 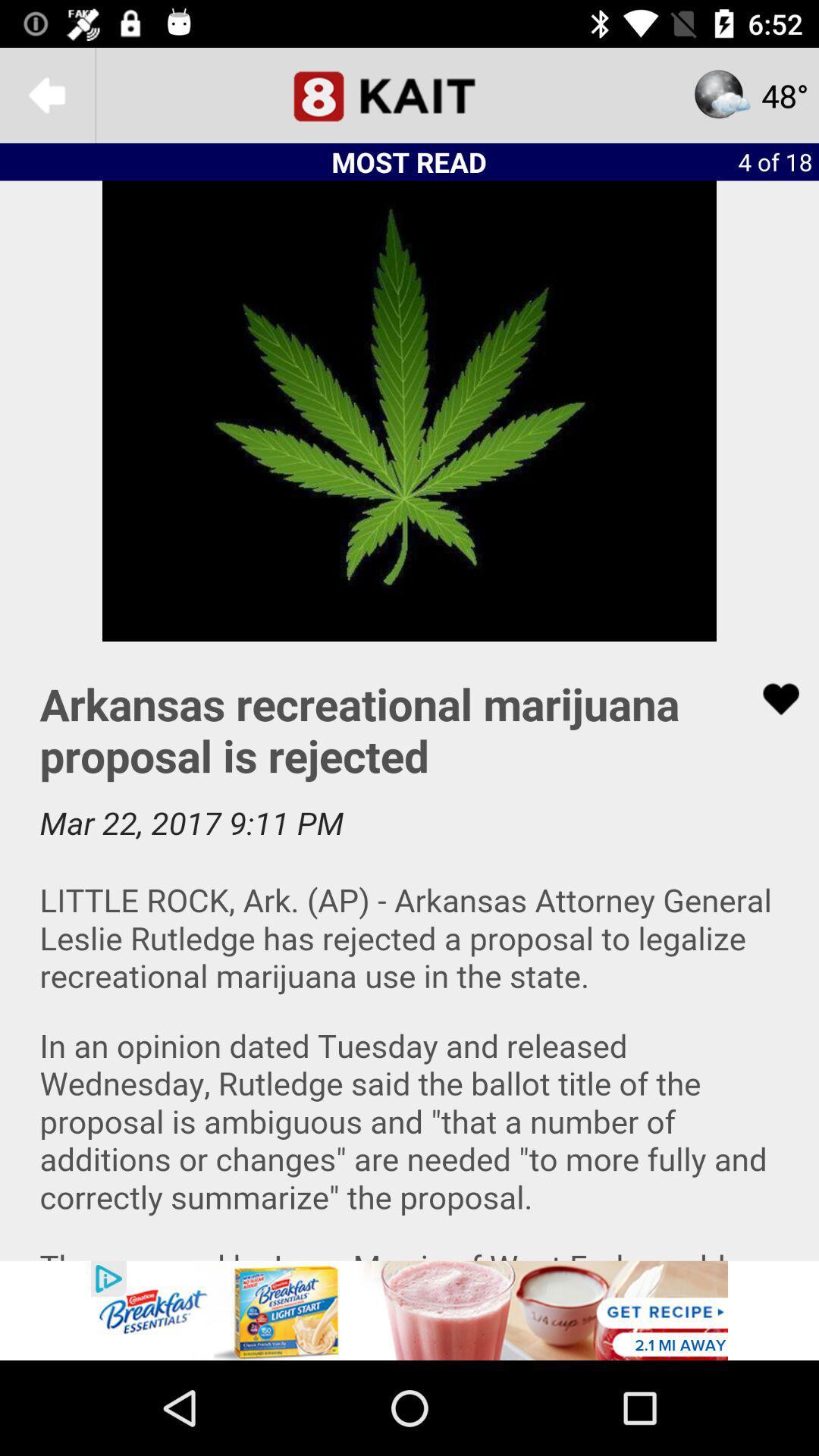 What do you see at coordinates (409, 1310) in the screenshot?
I see `advertisement link` at bounding box center [409, 1310].